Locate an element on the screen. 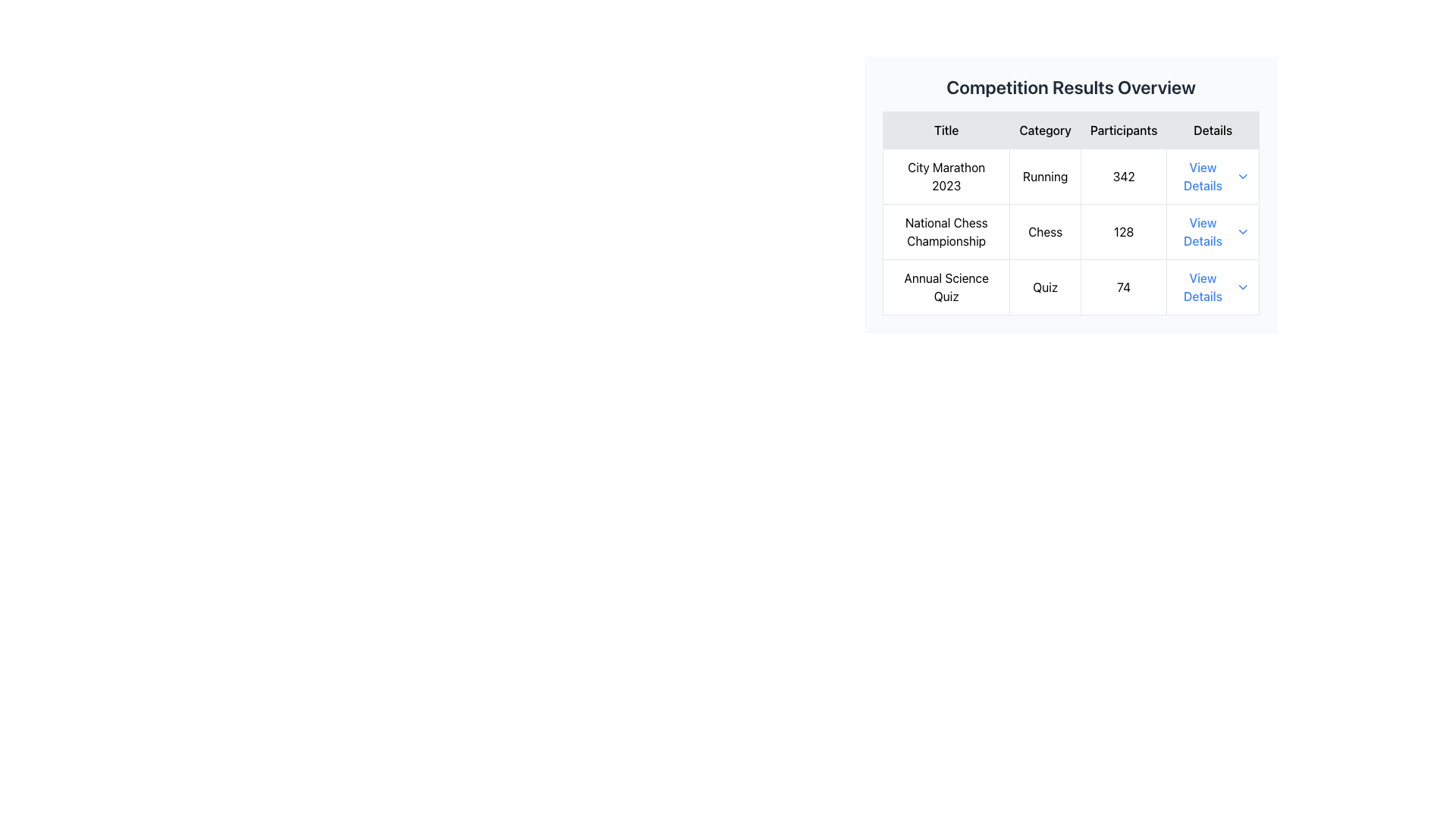 The width and height of the screenshot is (1456, 819). the first row of the table summarizing information about the 'City Marathon 2023' event, which includes details such as category 'Running' and participation '342' is located at coordinates (1070, 175).